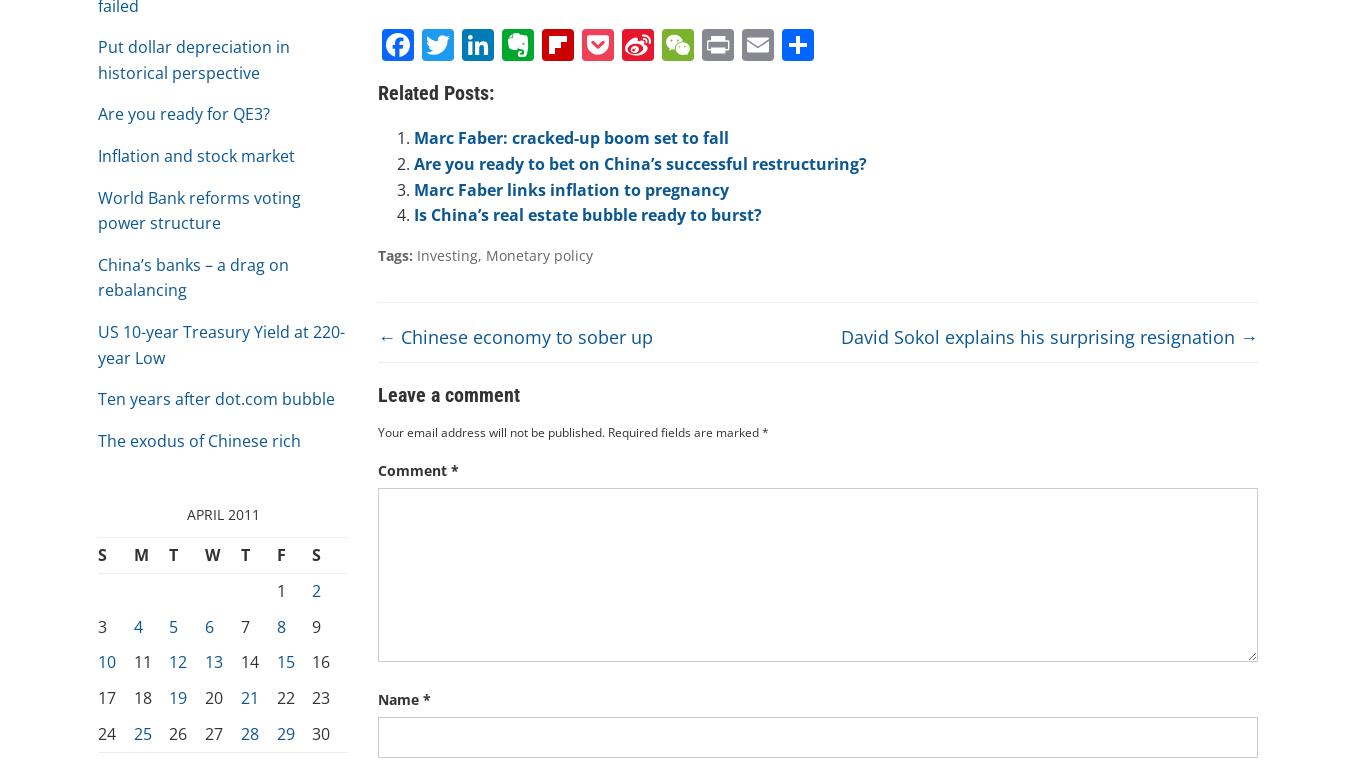 The width and height of the screenshot is (1366, 780). I want to click on 'Are you ready to bet on China’s successful restructuring?', so click(413, 163).